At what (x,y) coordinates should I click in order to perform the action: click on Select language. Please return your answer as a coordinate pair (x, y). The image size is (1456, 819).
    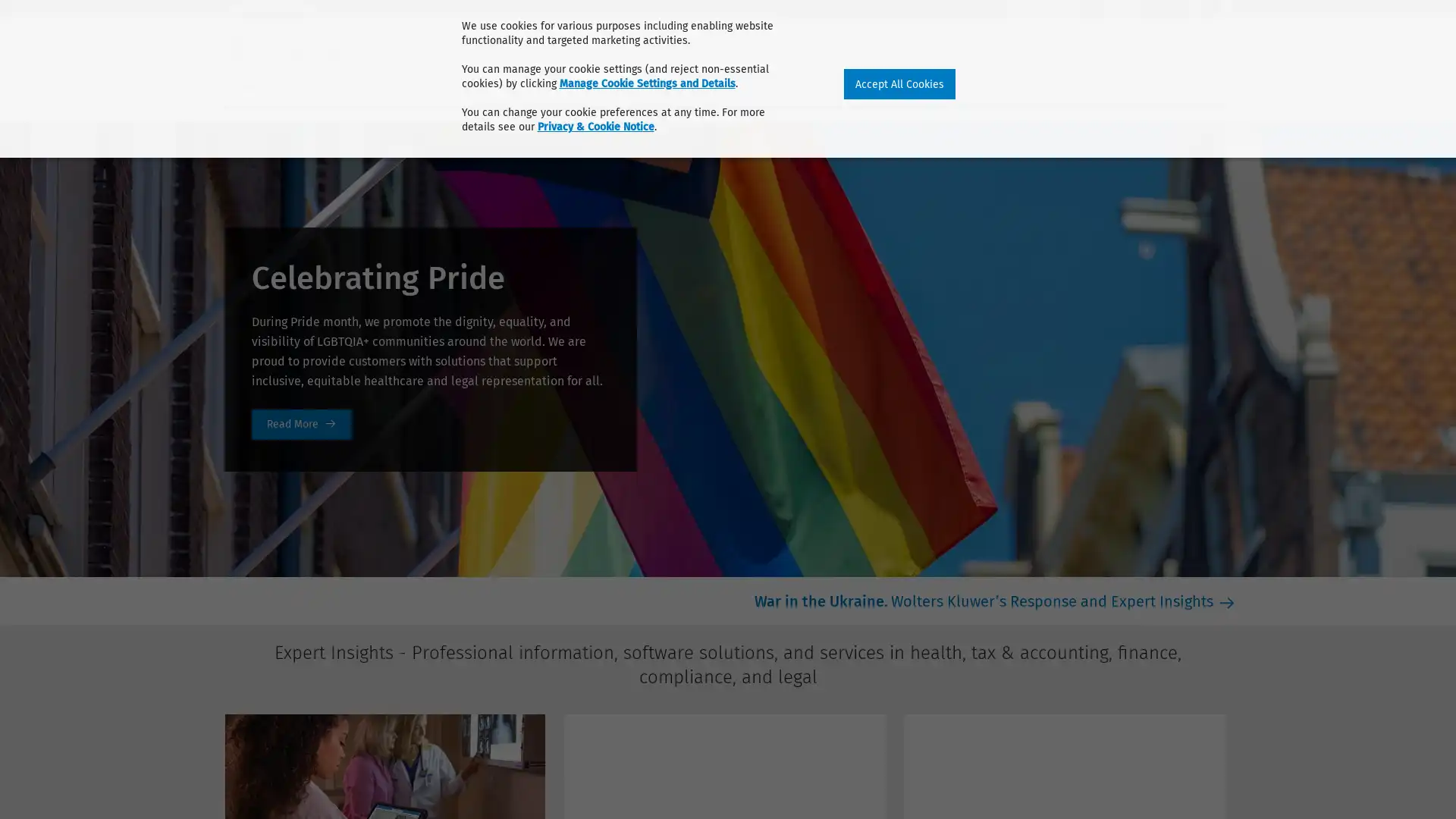
    Looking at the image, I should click on (1225, 8).